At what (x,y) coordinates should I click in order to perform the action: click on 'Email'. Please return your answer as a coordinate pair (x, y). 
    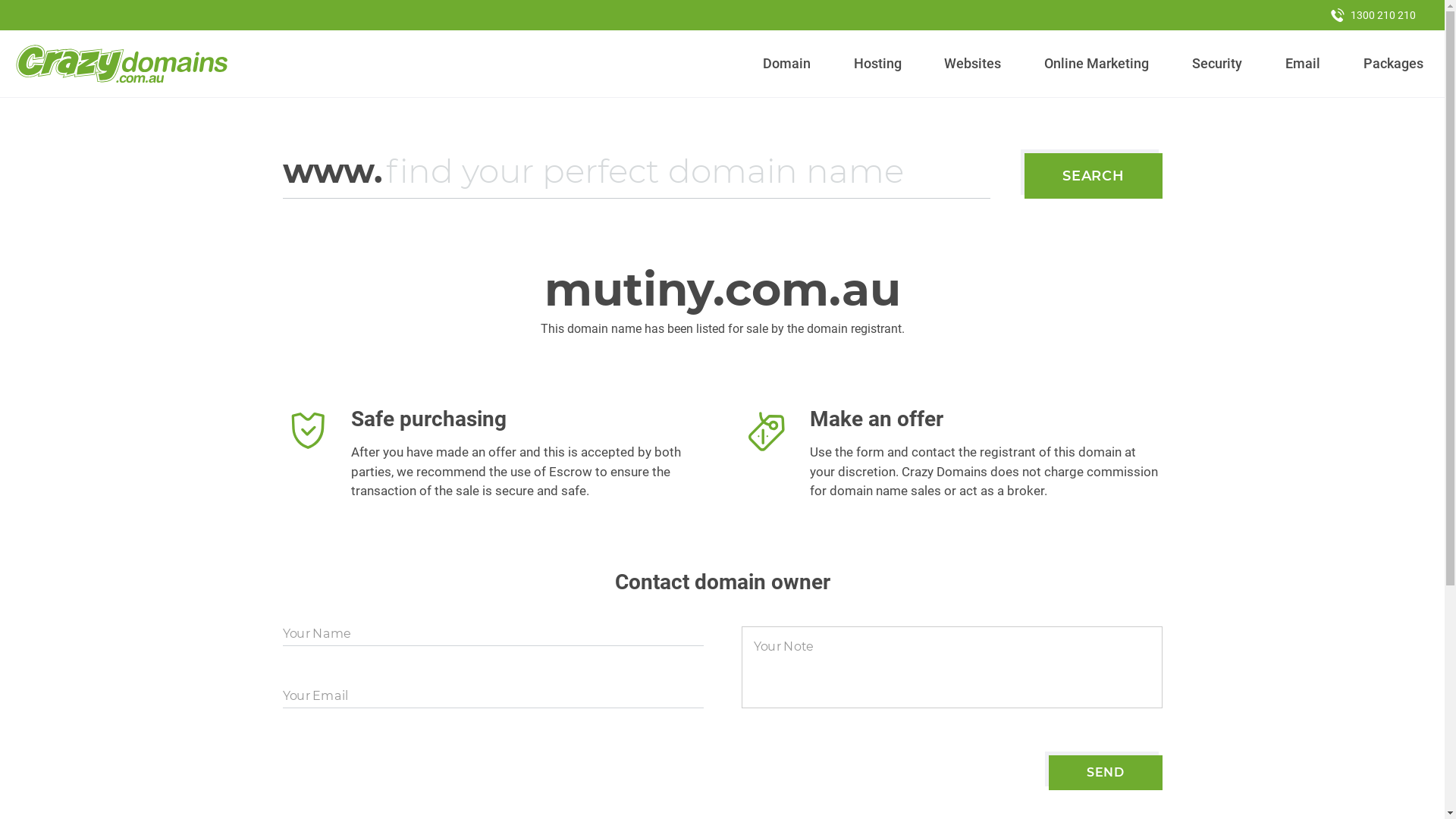
    Looking at the image, I should click on (1301, 63).